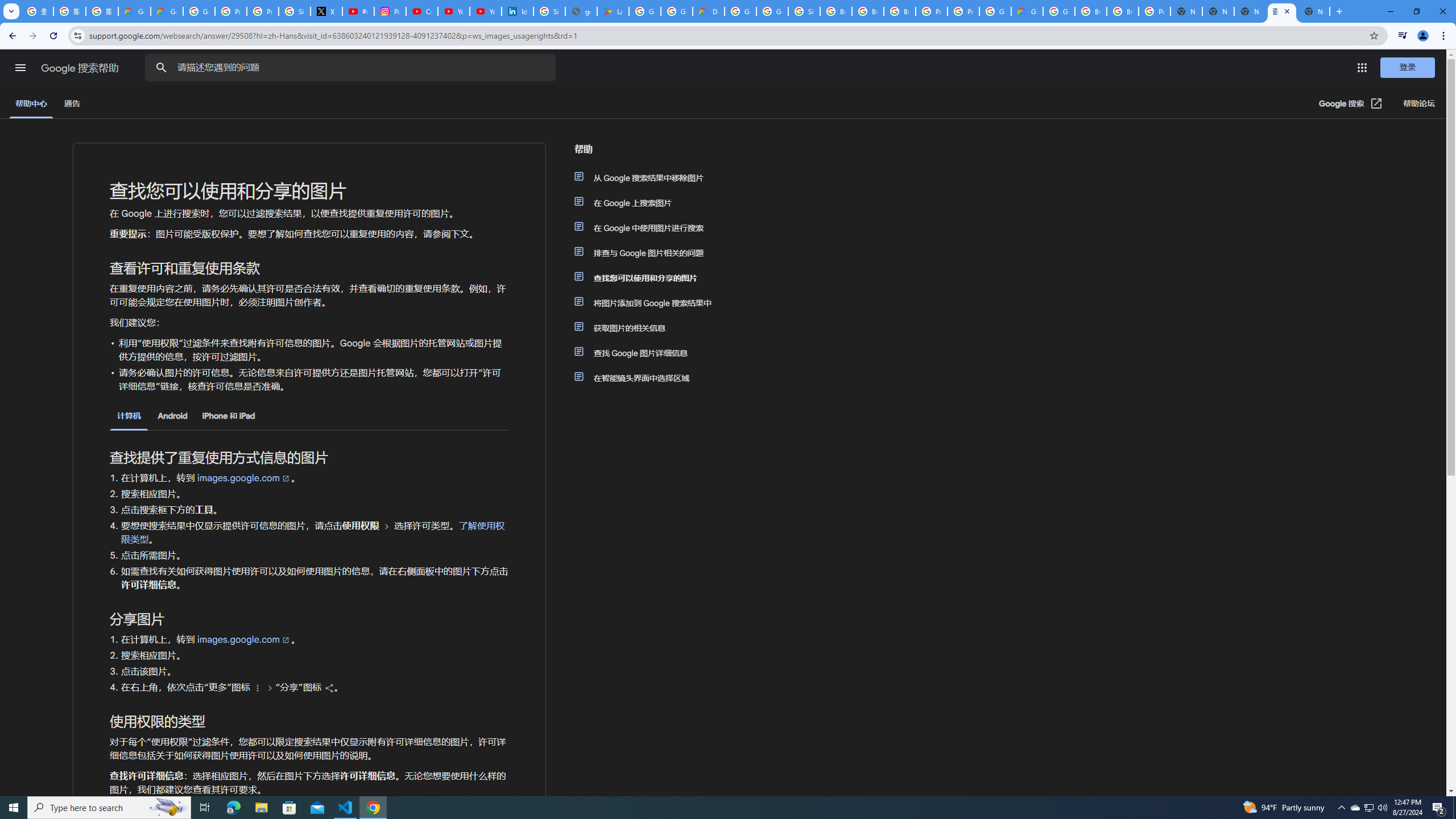 This screenshot has height=819, width=1456. What do you see at coordinates (172, 416) in the screenshot?
I see `'Android'` at bounding box center [172, 416].